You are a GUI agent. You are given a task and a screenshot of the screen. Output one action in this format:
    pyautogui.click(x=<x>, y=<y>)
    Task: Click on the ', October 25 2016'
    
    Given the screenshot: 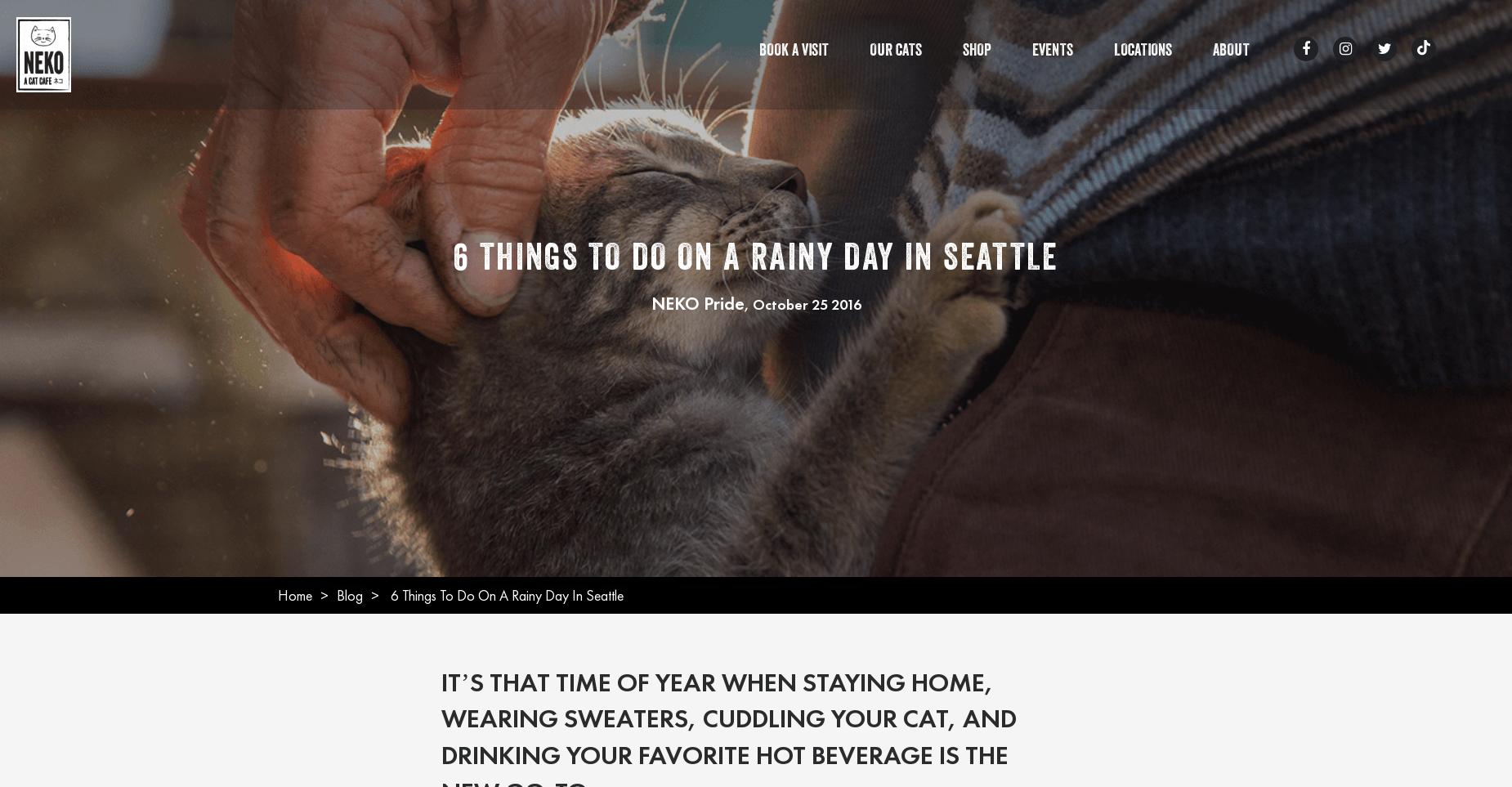 What is the action you would take?
    pyautogui.click(x=744, y=302)
    